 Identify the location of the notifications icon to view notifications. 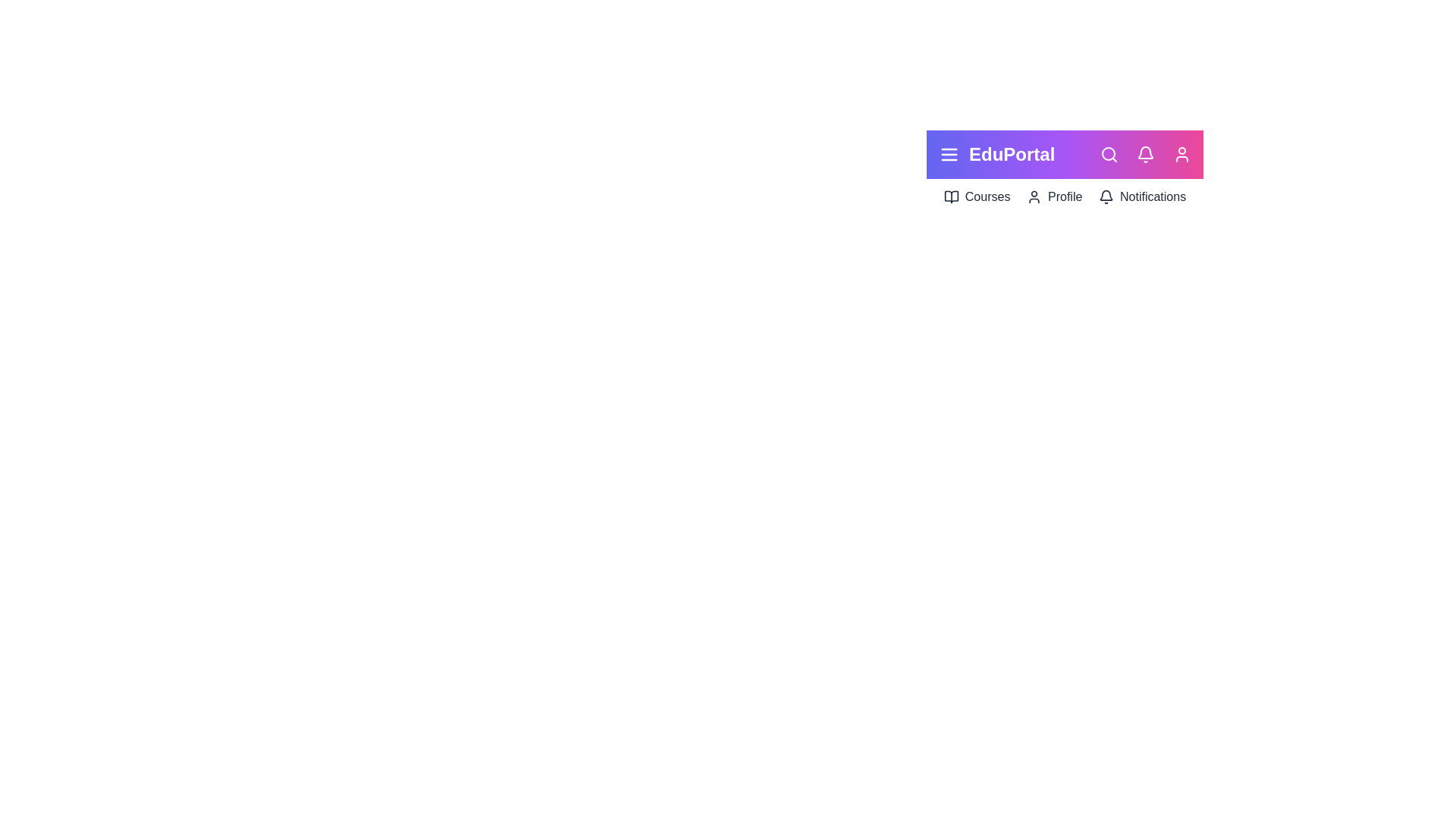
(1146, 155).